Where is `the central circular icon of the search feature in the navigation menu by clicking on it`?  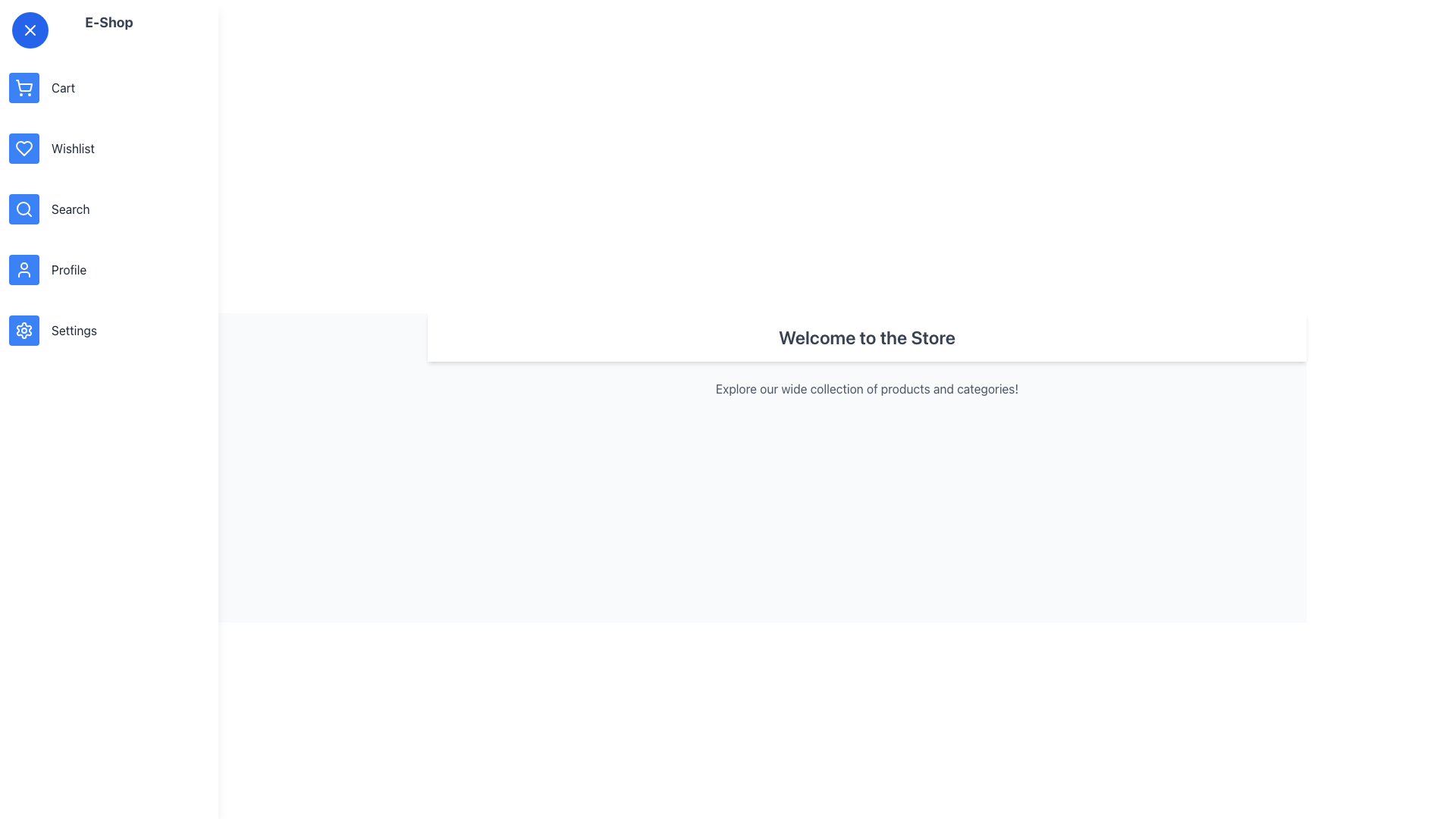 the central circular icon of the search feature in the navigation menu by clicking on it is located at coordinates (23, 208).